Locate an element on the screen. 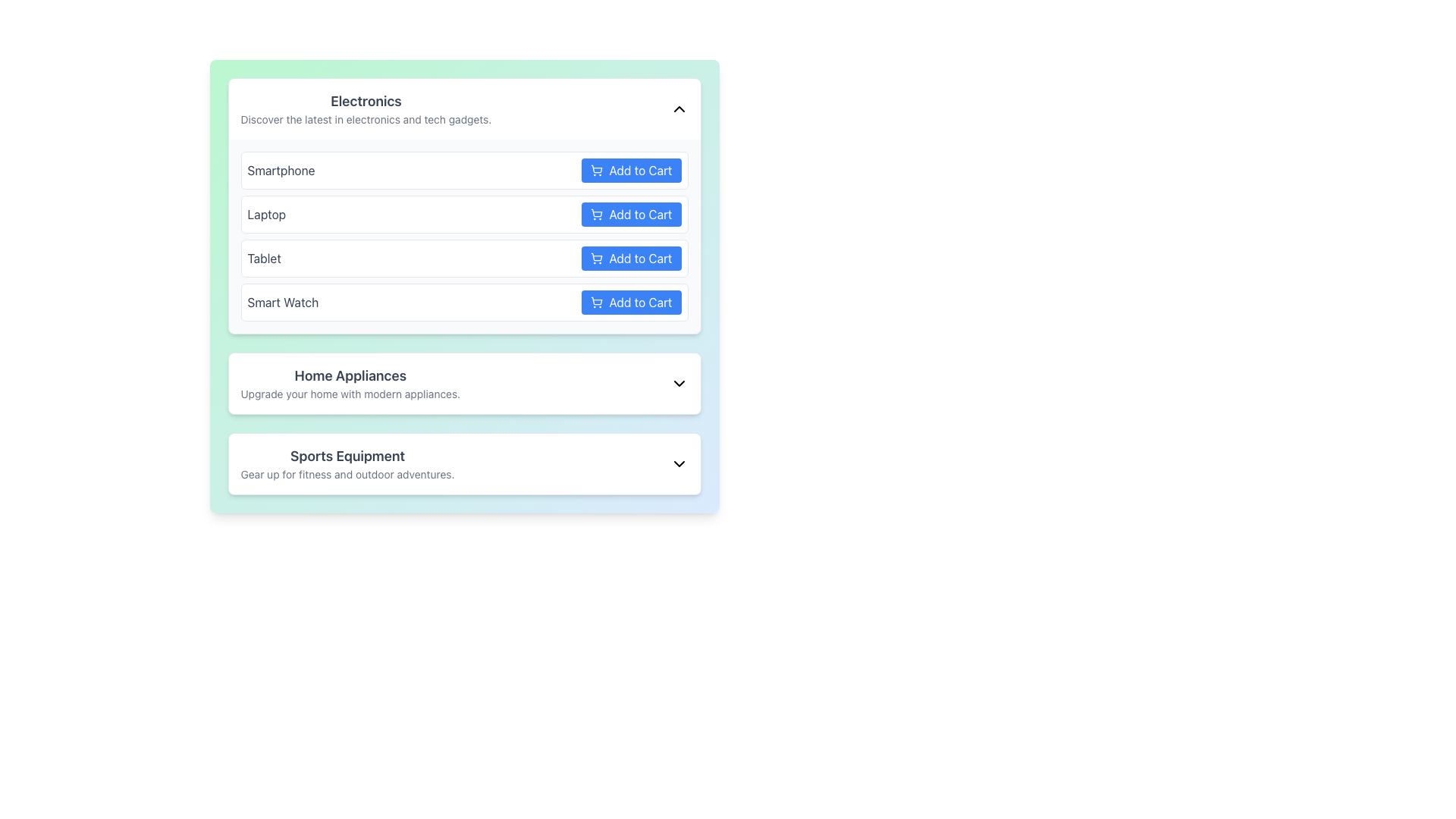  the 'Sports Equipment' Text Label, which serves as a heading indicating the category within the interface is located at coordinates (347, 455).